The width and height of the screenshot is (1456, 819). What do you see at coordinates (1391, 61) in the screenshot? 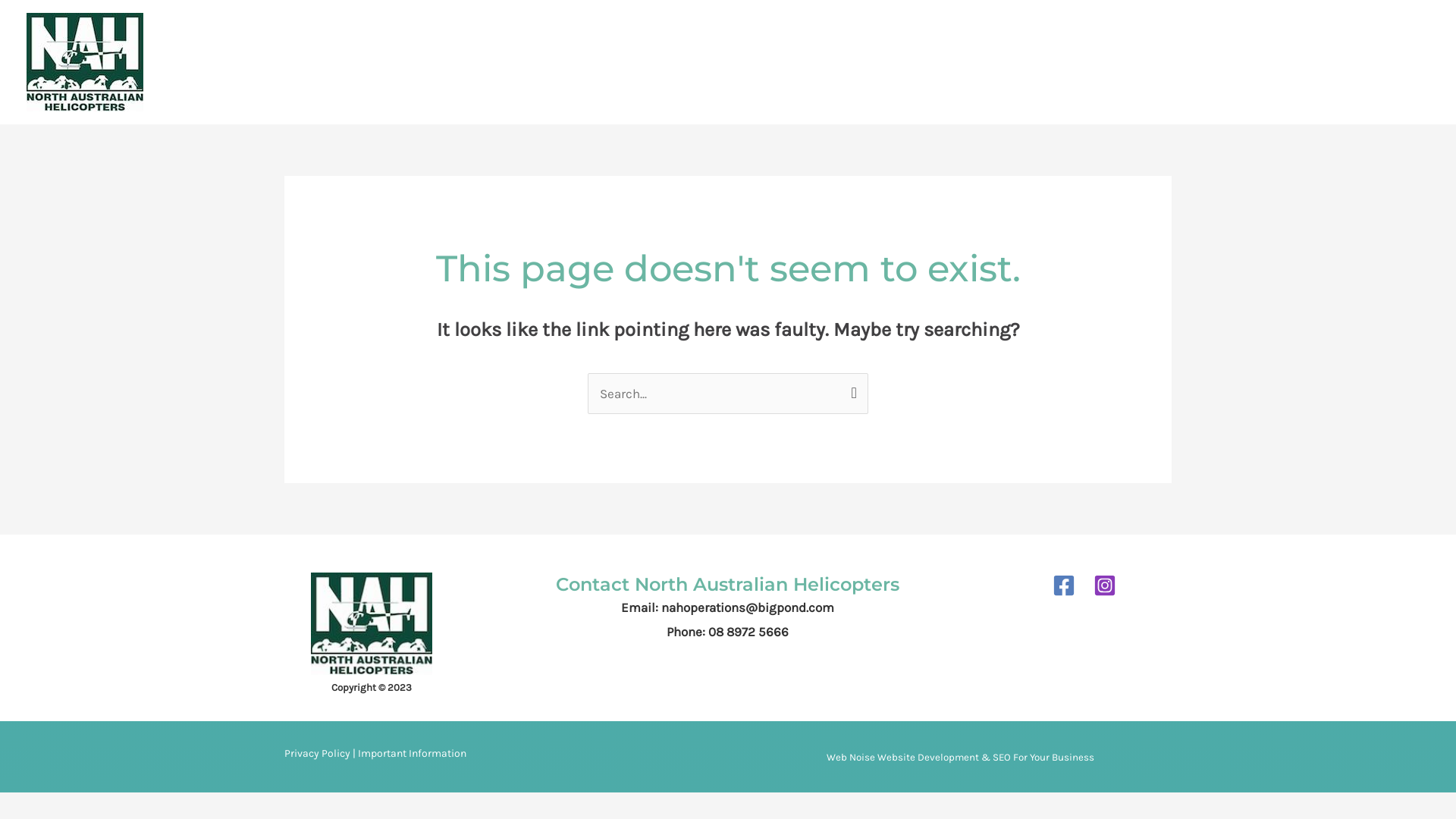
I see `'08 8972 5666'` at bounding box center [1391, 61].